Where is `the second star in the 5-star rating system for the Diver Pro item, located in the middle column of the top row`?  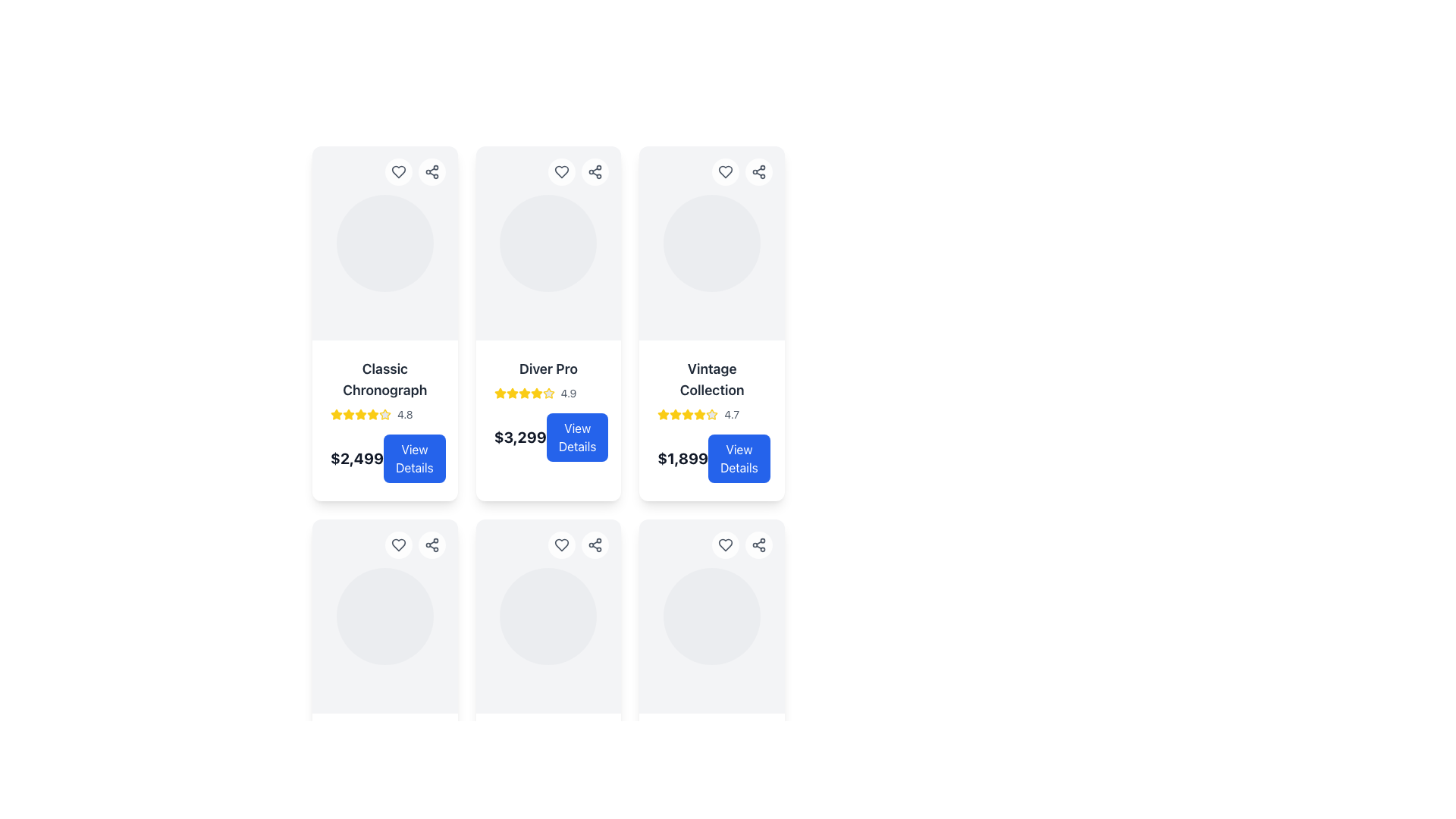 the second star in the 5-star rating system for the Diver Pro item, located in the middle column of the top row is located at coordinates (548, 392).